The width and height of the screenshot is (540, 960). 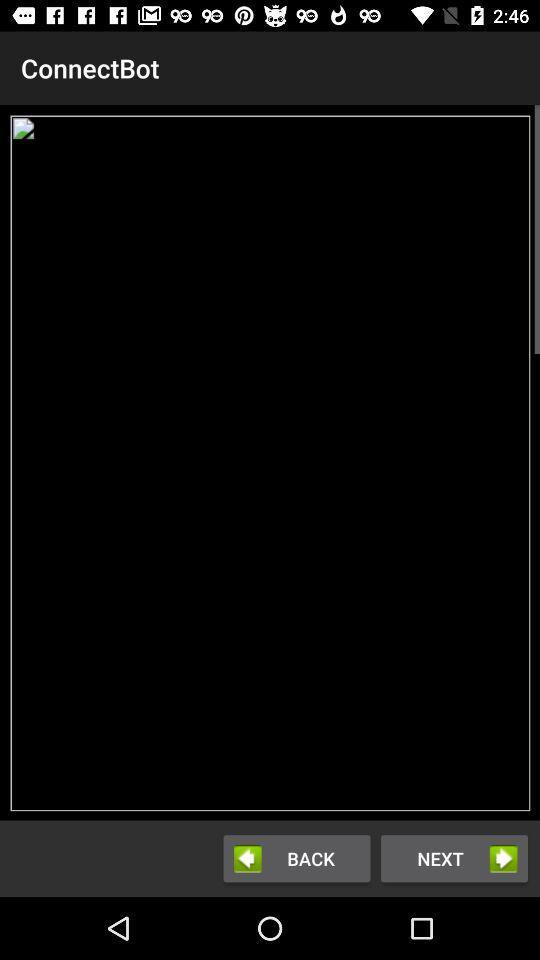 What do you see at coordinates (454, 857) in the screenshot?
I see `the next at the bottom right corner` at bounding box center [454, 857].